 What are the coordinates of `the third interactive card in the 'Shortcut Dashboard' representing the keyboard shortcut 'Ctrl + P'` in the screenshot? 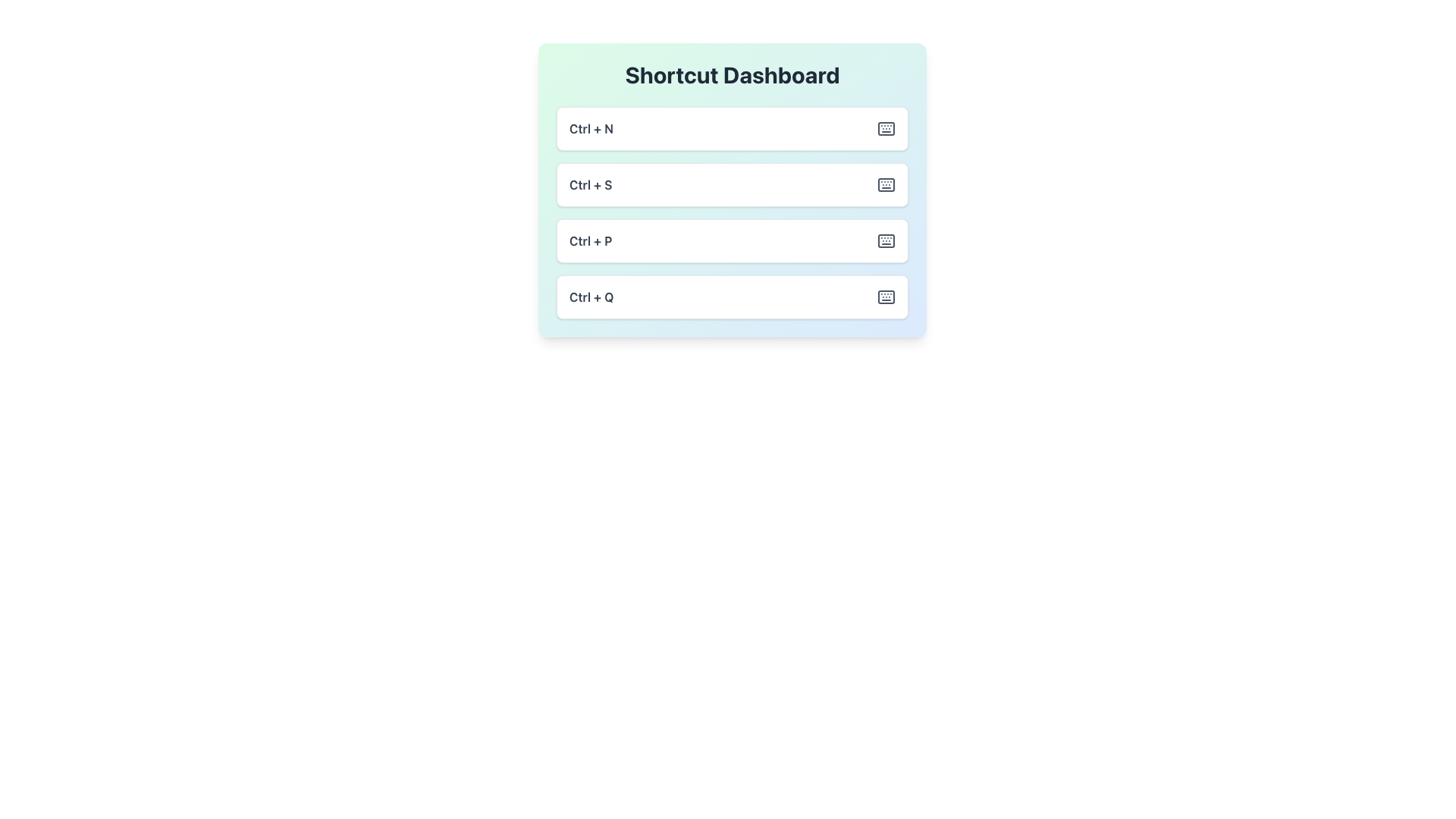 It's located at (732, 213).